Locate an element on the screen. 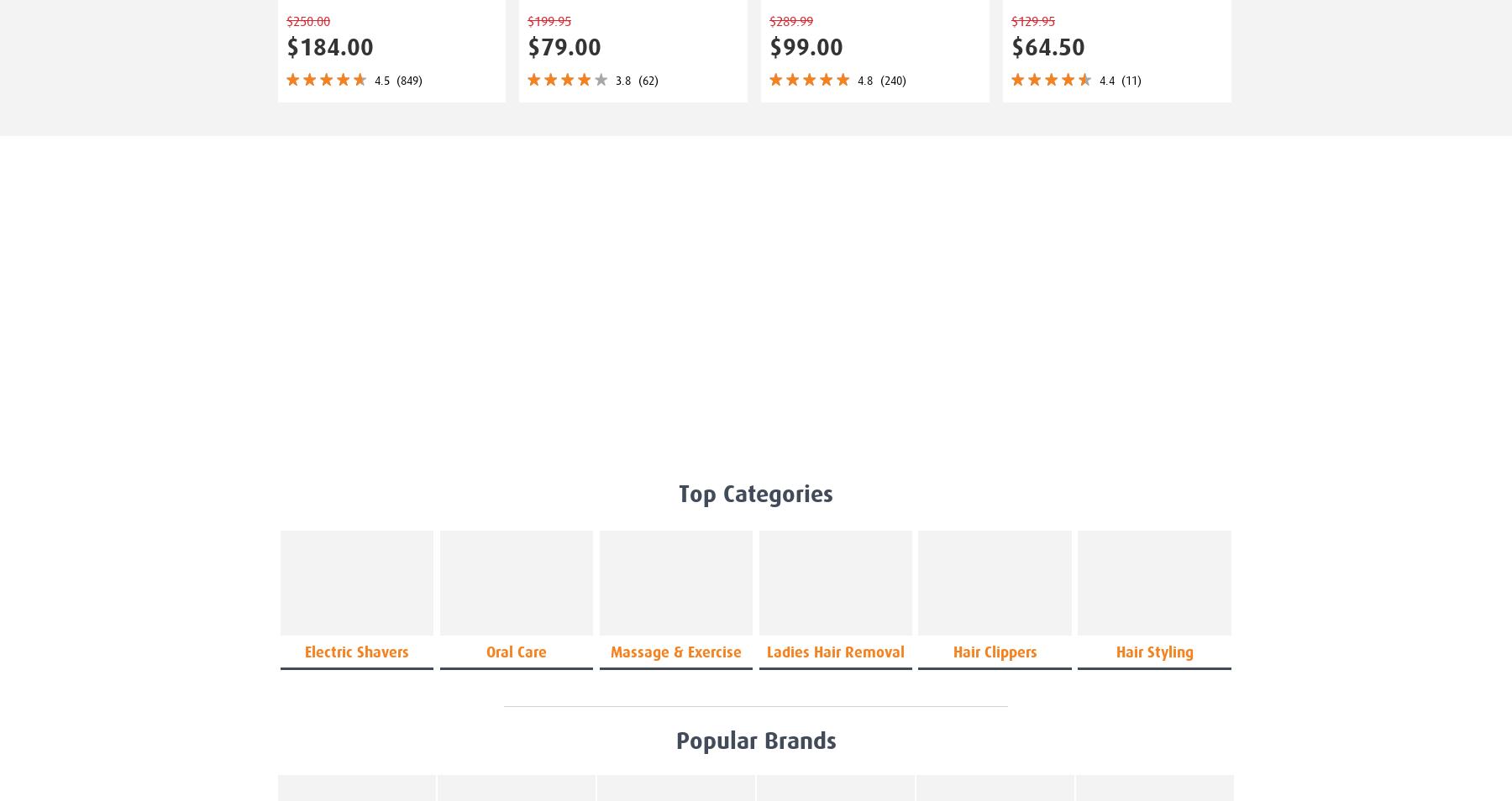 Image resolution: width=1512 pixels, height=801 pixels. '$79.00' is located at coordinates (564, 46).